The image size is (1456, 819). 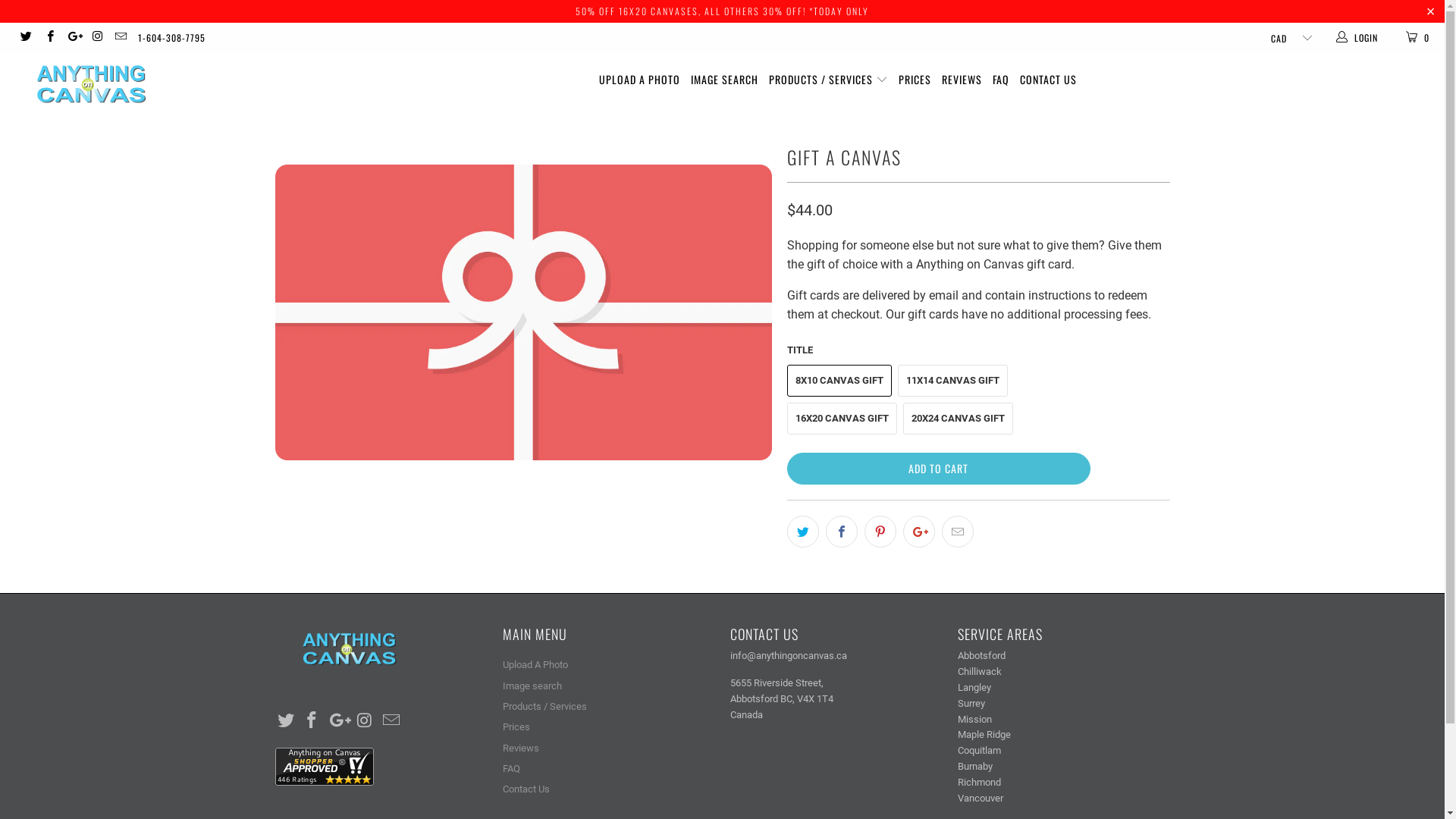 What do you see at coordinates (961, 80) in the screenshot?
I see `'REVIEWS'` at bounding box center [961, 80].